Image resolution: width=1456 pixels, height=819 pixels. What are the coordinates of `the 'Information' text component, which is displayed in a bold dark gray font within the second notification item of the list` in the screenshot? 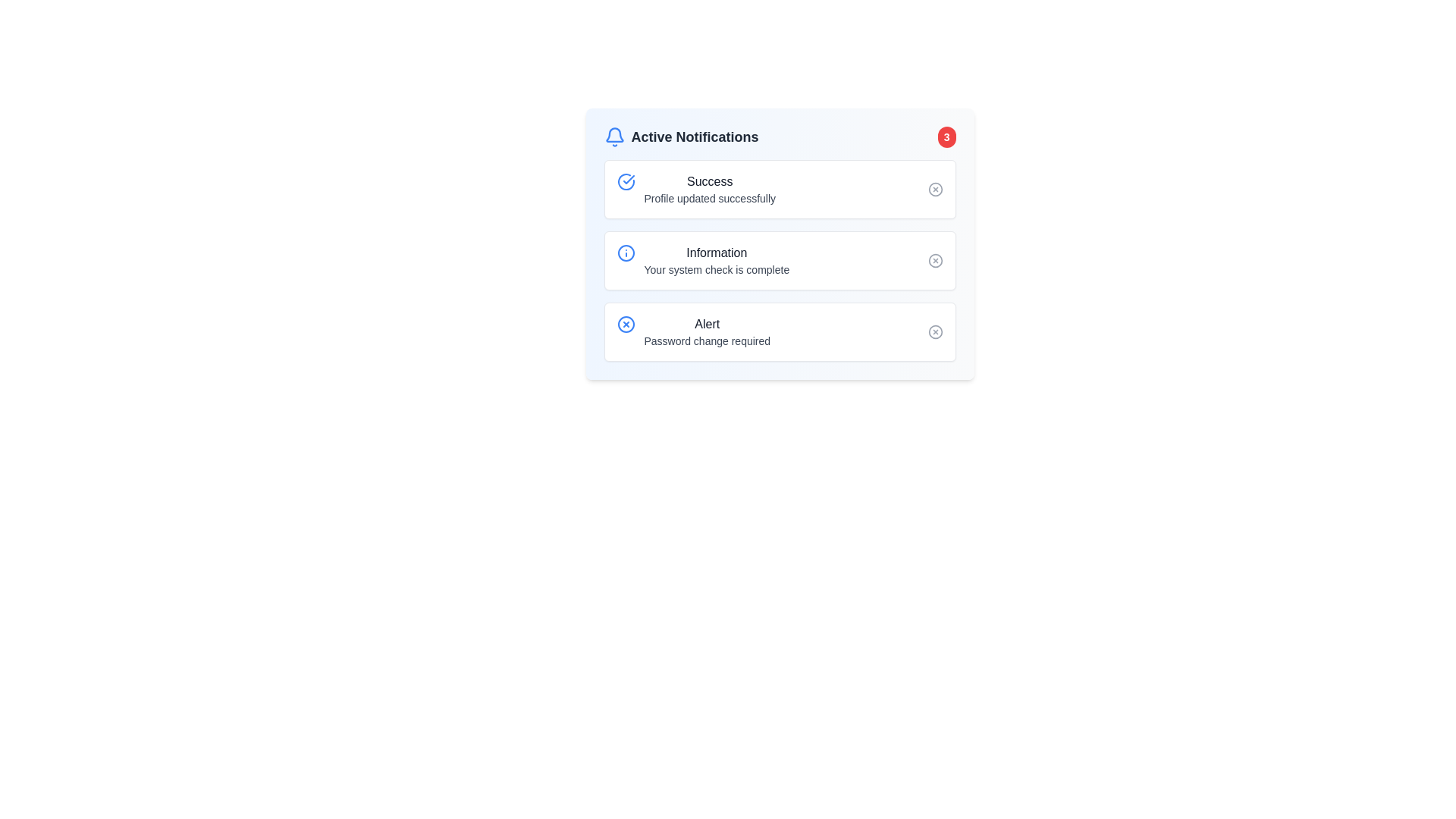 It's located at (716, 253).